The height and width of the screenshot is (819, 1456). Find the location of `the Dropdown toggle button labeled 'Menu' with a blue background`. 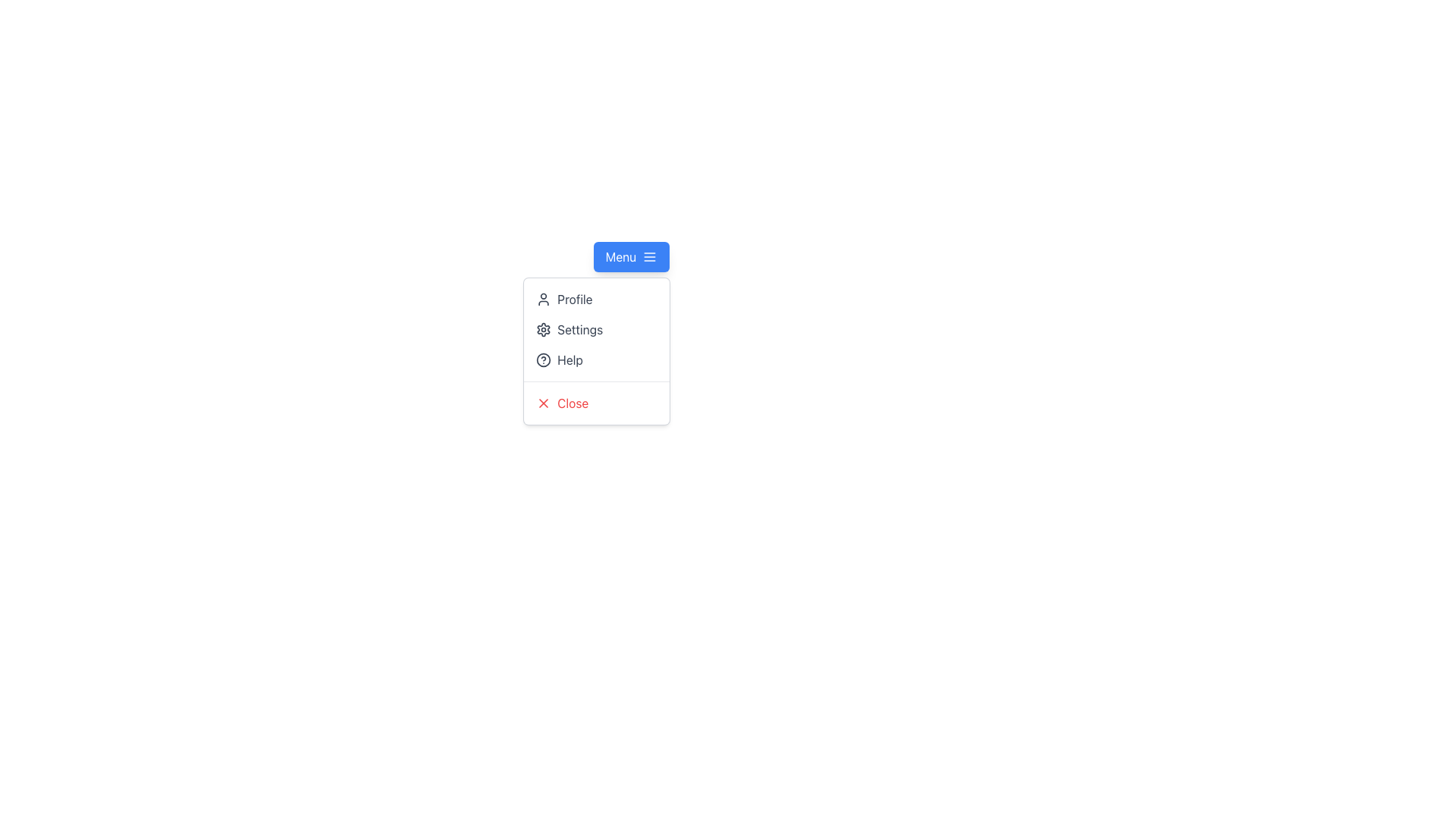

the Dropdown toggle button labeled 'Menu' with a blue background is located at coordinates (631, 256).